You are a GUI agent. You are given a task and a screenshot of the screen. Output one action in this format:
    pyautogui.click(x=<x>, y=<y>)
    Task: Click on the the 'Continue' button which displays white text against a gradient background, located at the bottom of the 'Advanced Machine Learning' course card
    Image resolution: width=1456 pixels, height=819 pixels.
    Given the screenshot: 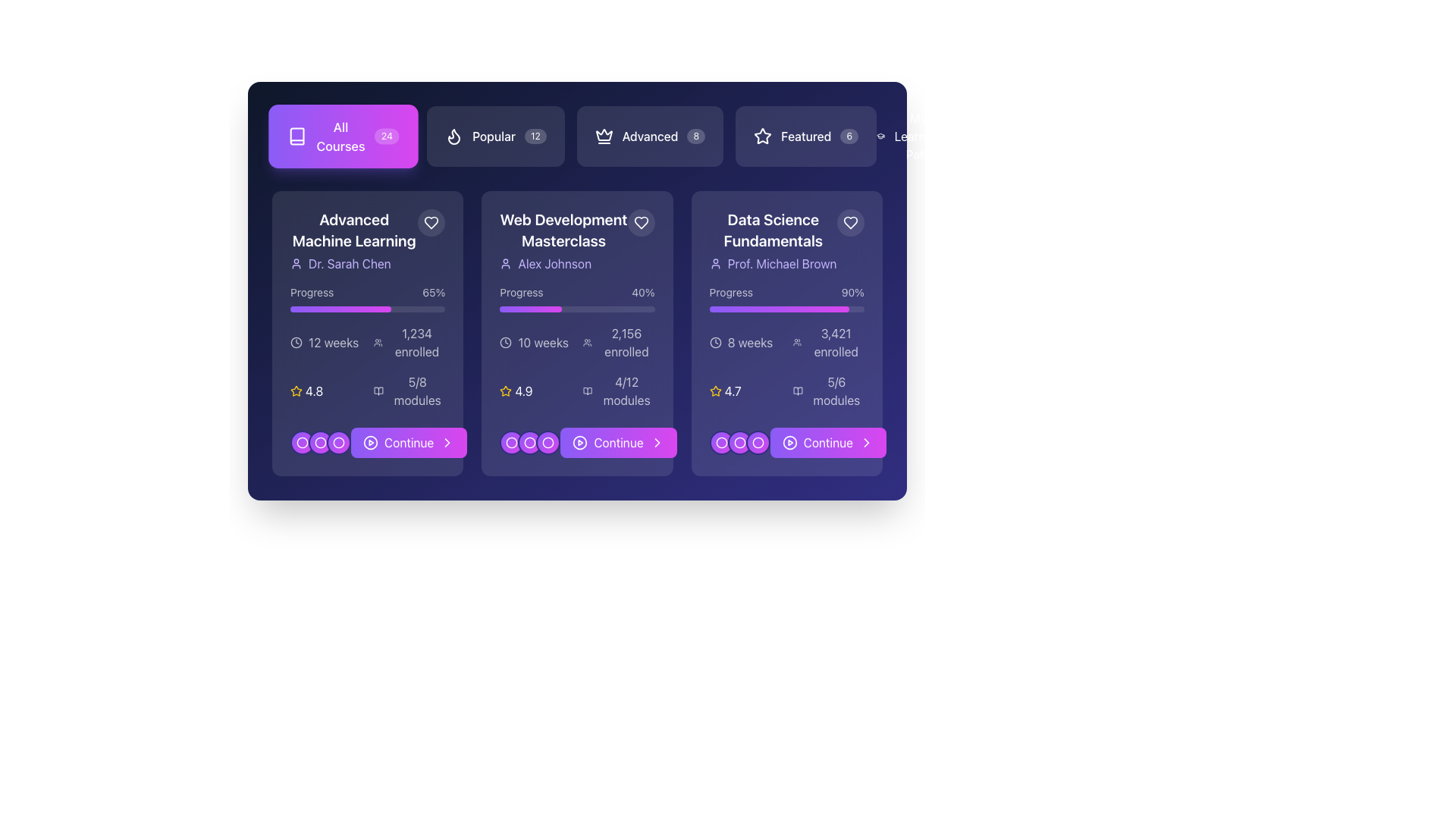 What is the action you would take?
    pyautogui.click(x=409, y=442)
    